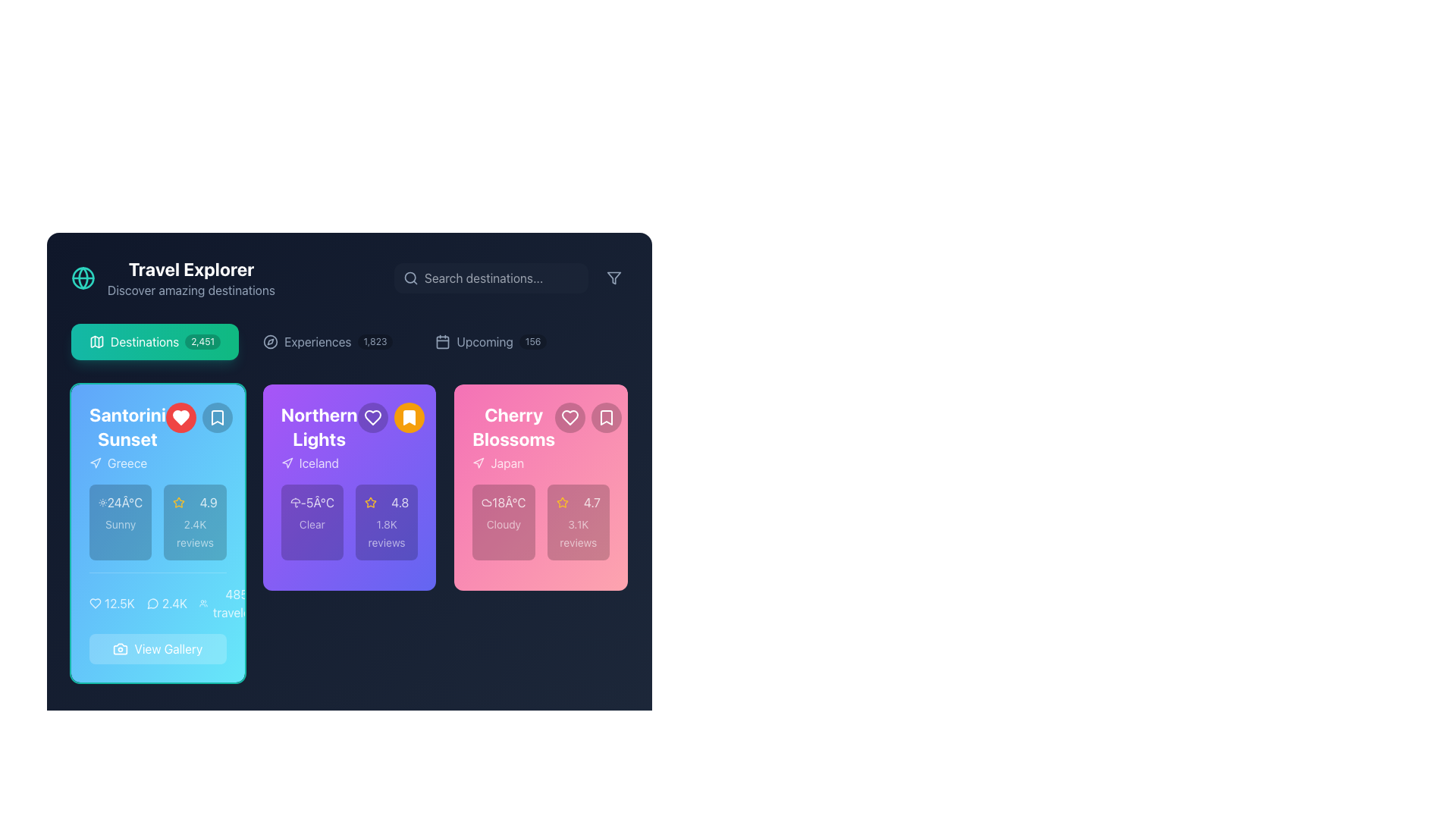 Image resolution: width=1456 pixels, height=819 pixels. I want to click on the star icon that is part of the rating display for 'Santorini Sunset', which is located adjacent to the score '4.9', so click(179, 503).